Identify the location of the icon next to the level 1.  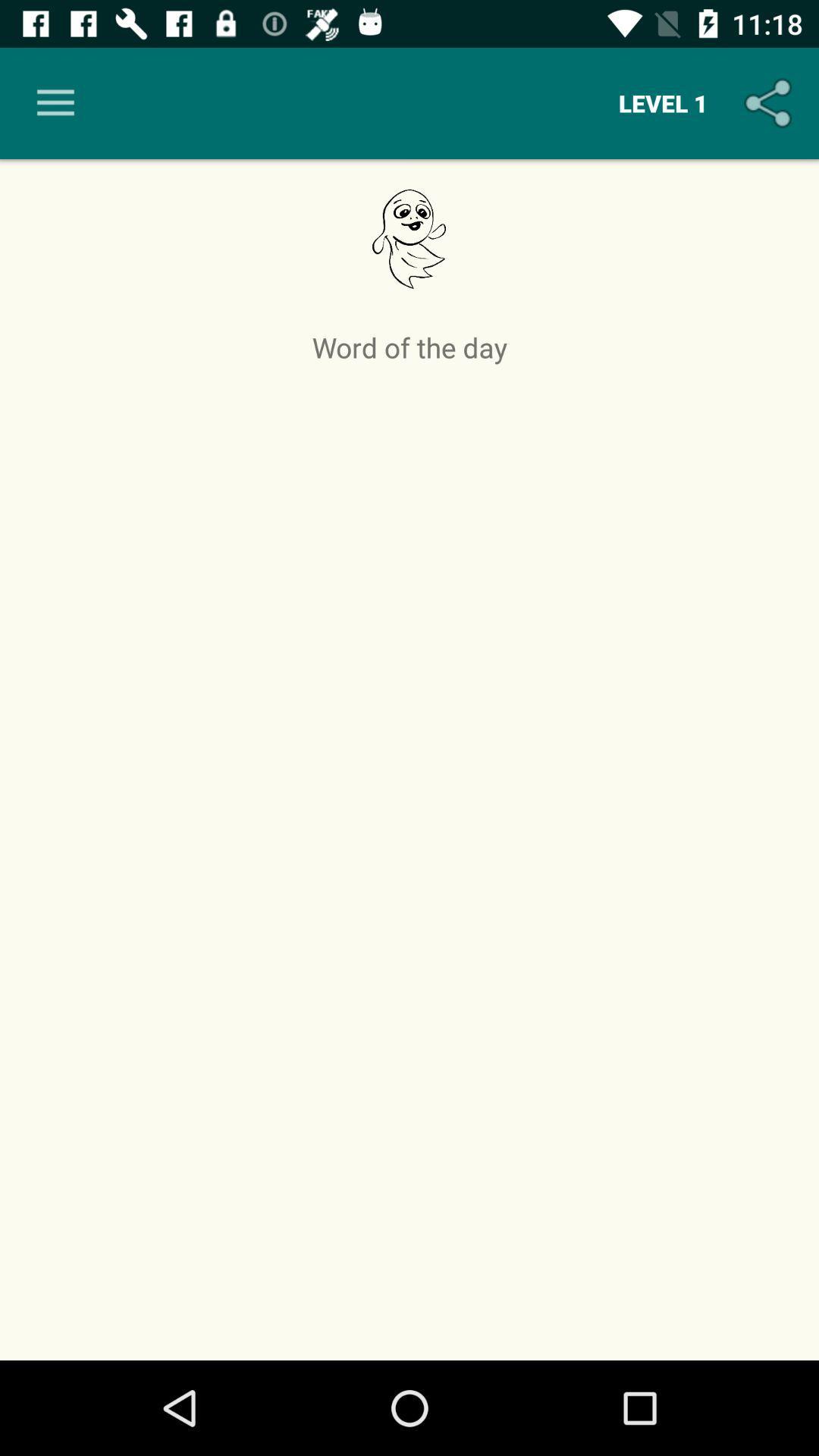
(771, 102).